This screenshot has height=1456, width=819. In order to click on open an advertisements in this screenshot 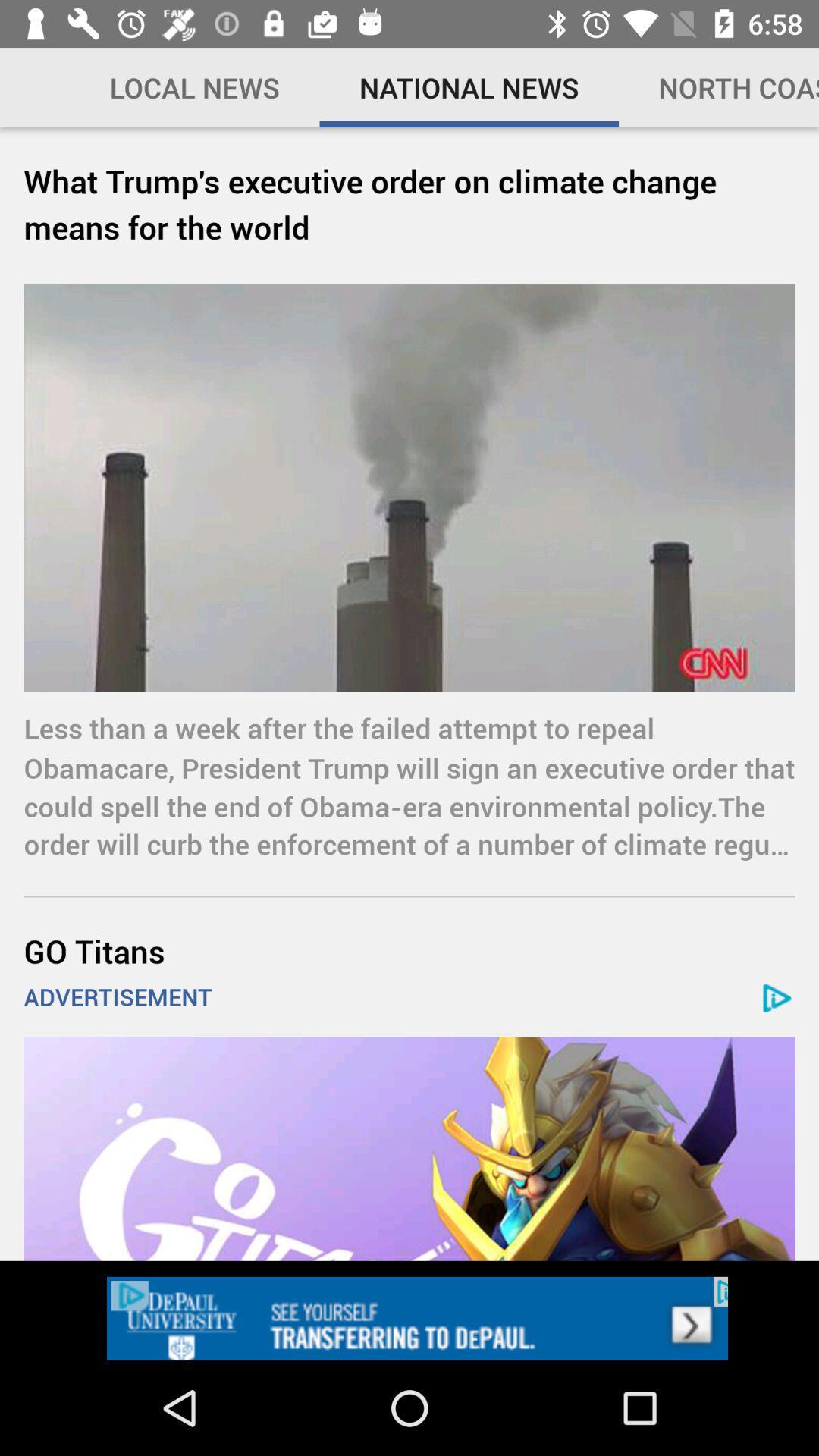, I will do `click(409, 1149)`.